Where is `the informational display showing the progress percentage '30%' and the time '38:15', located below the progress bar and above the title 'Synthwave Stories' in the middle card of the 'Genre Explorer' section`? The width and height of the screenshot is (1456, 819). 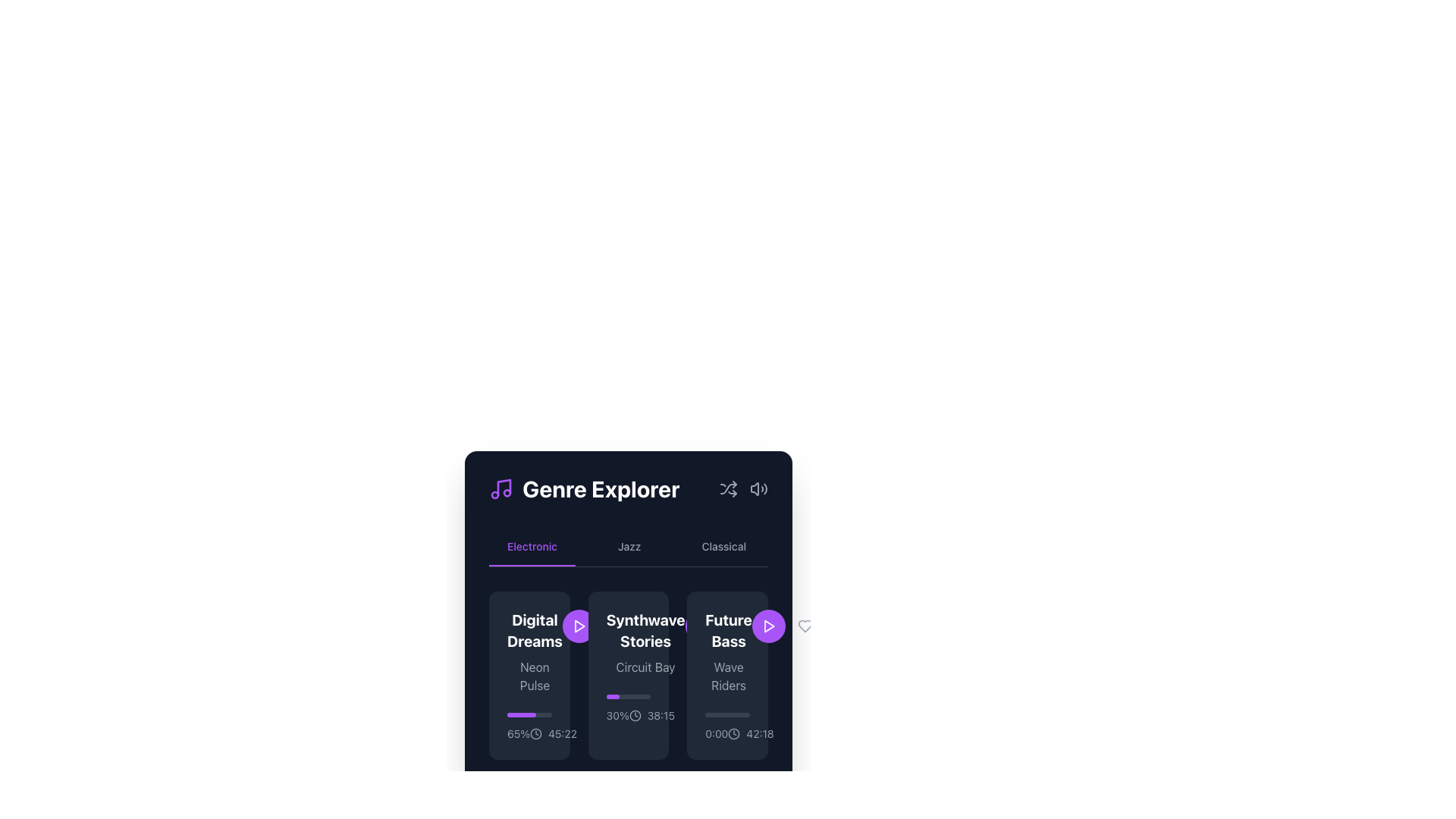
the informational display showing the progress percentage '30%' and the time '38:15', located below the progress bar and above the title 'Synthwave Stories' in the middle card of the 'Genre Explorer' section is located at coordinates (629, 716).